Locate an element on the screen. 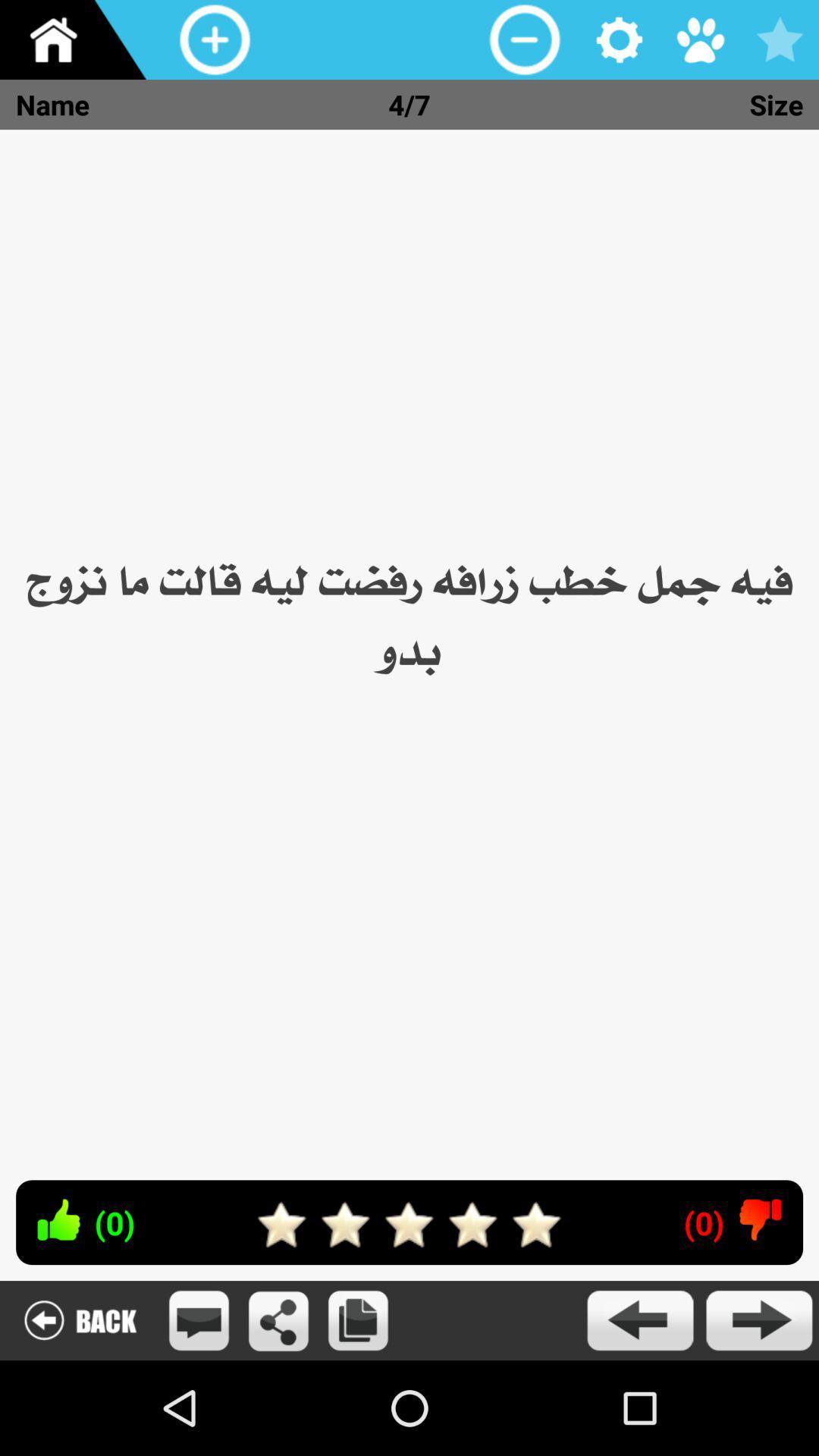 Image resolution: width=819 pixels, height=1456 pixels. previous is located at coordinates (639, 1319).